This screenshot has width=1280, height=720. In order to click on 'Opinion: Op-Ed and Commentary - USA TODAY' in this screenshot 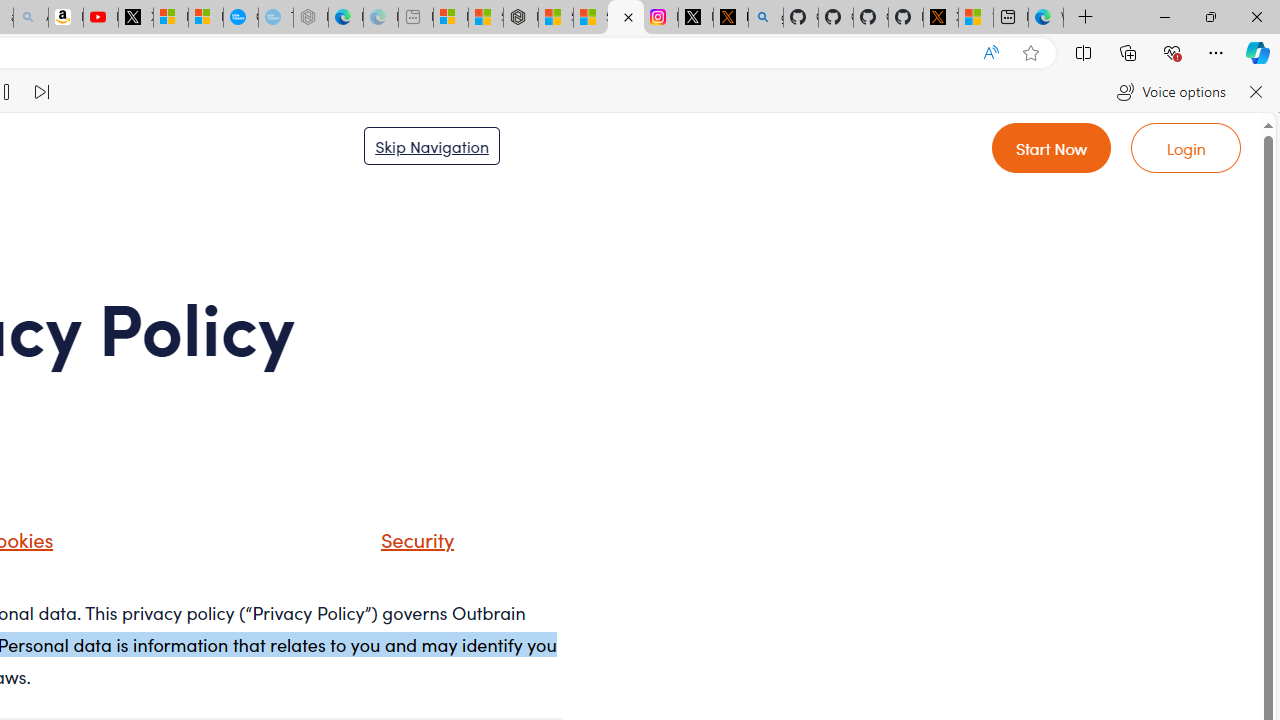, I will do `click(240, 17)`.